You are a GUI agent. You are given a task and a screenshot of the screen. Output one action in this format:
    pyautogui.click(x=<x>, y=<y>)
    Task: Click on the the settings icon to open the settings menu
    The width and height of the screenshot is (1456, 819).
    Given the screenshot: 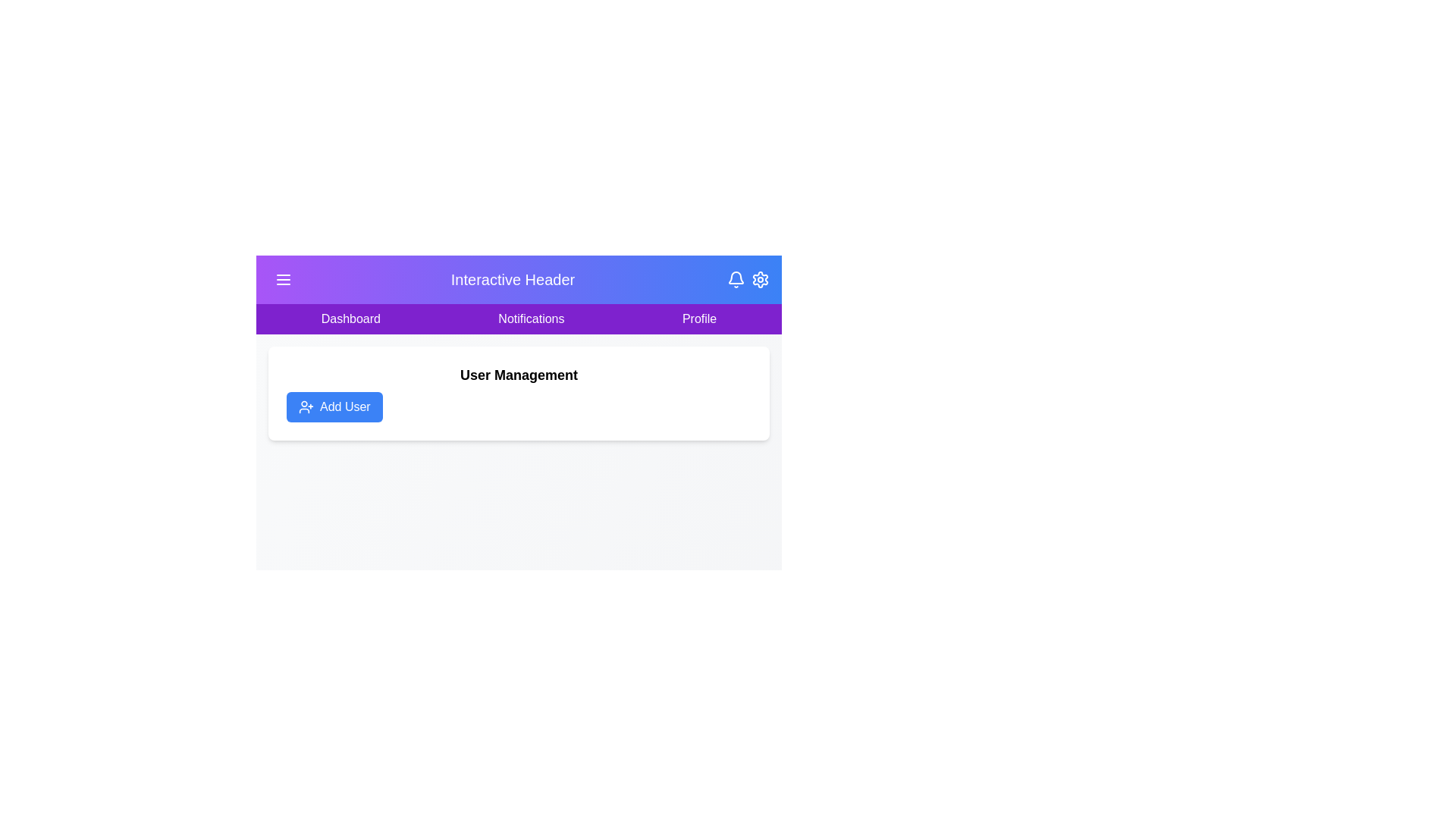 What is the action you would take?
    pyautogui.click(x=761, y=280)
    